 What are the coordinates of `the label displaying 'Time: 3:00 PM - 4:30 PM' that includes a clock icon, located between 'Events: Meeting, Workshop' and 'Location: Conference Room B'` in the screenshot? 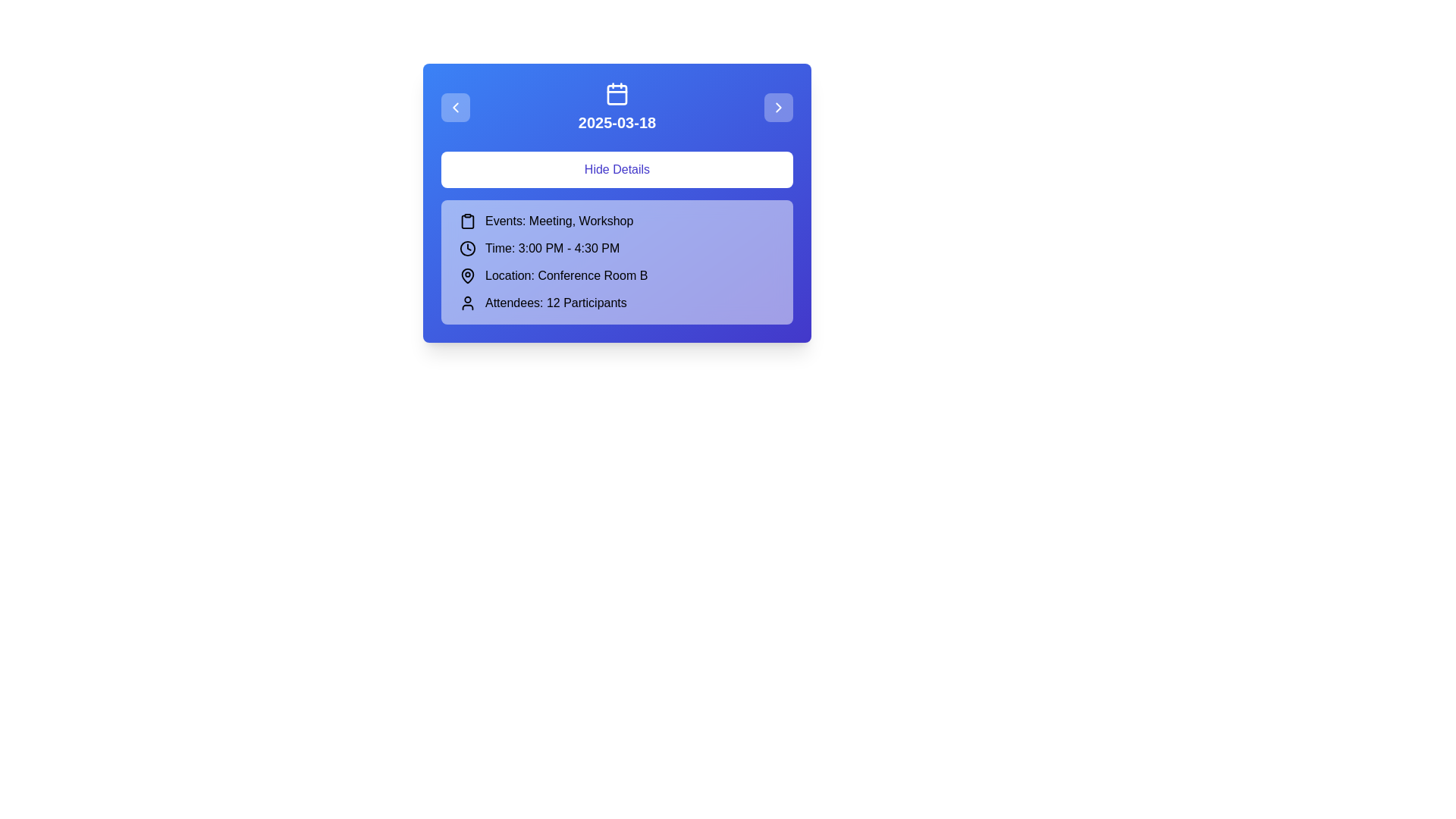 It's located at (617, 247).